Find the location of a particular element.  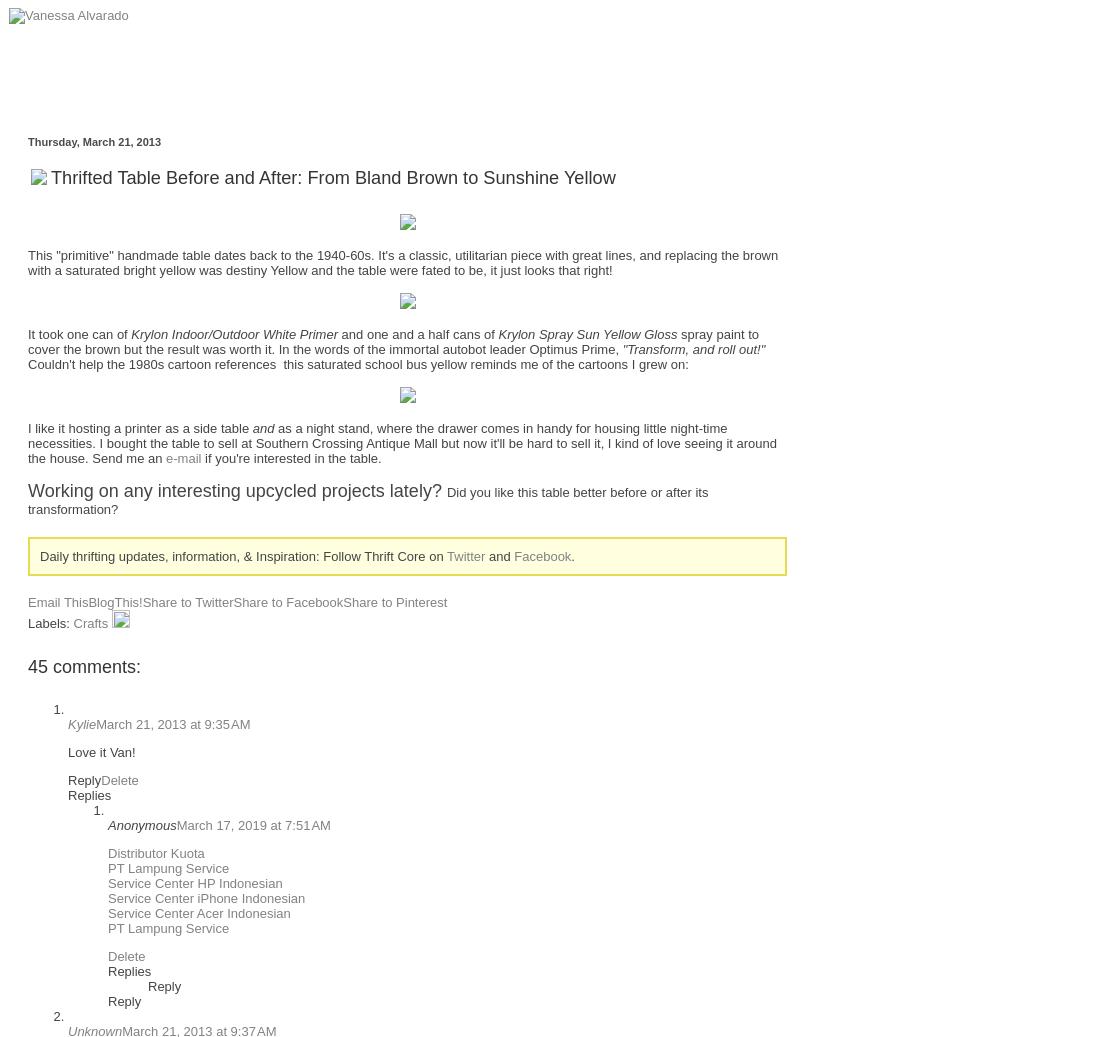

'.' is located at coordinates (572, 555).